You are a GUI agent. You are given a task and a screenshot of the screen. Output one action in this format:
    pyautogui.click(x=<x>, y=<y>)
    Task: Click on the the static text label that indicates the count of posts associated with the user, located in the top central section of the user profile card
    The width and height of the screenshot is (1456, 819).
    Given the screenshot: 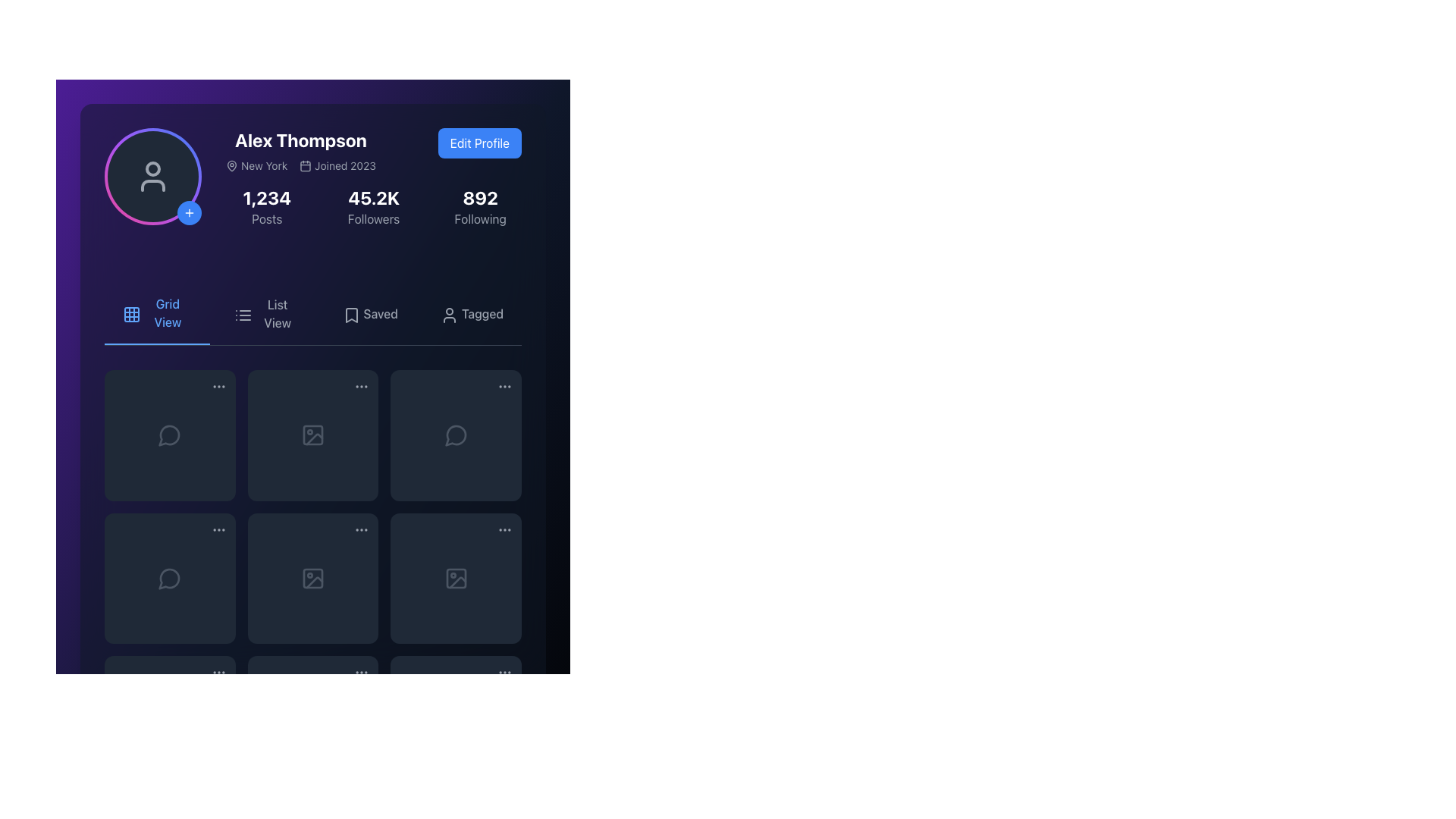 What is the action you would take?
    pyautogui.click(x=267, y=219)
    